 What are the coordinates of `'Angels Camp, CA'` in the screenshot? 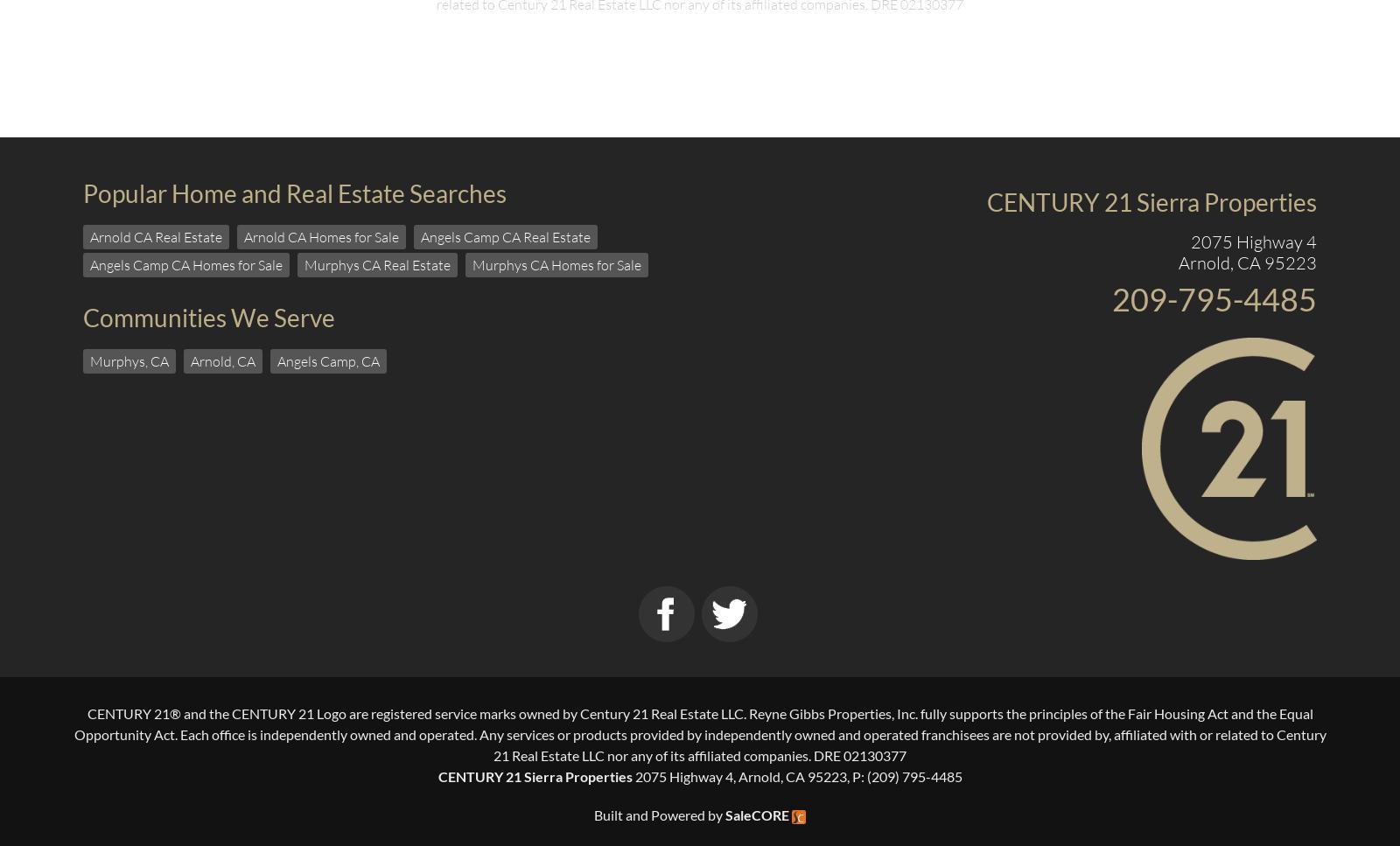 It's located at (328, 360).